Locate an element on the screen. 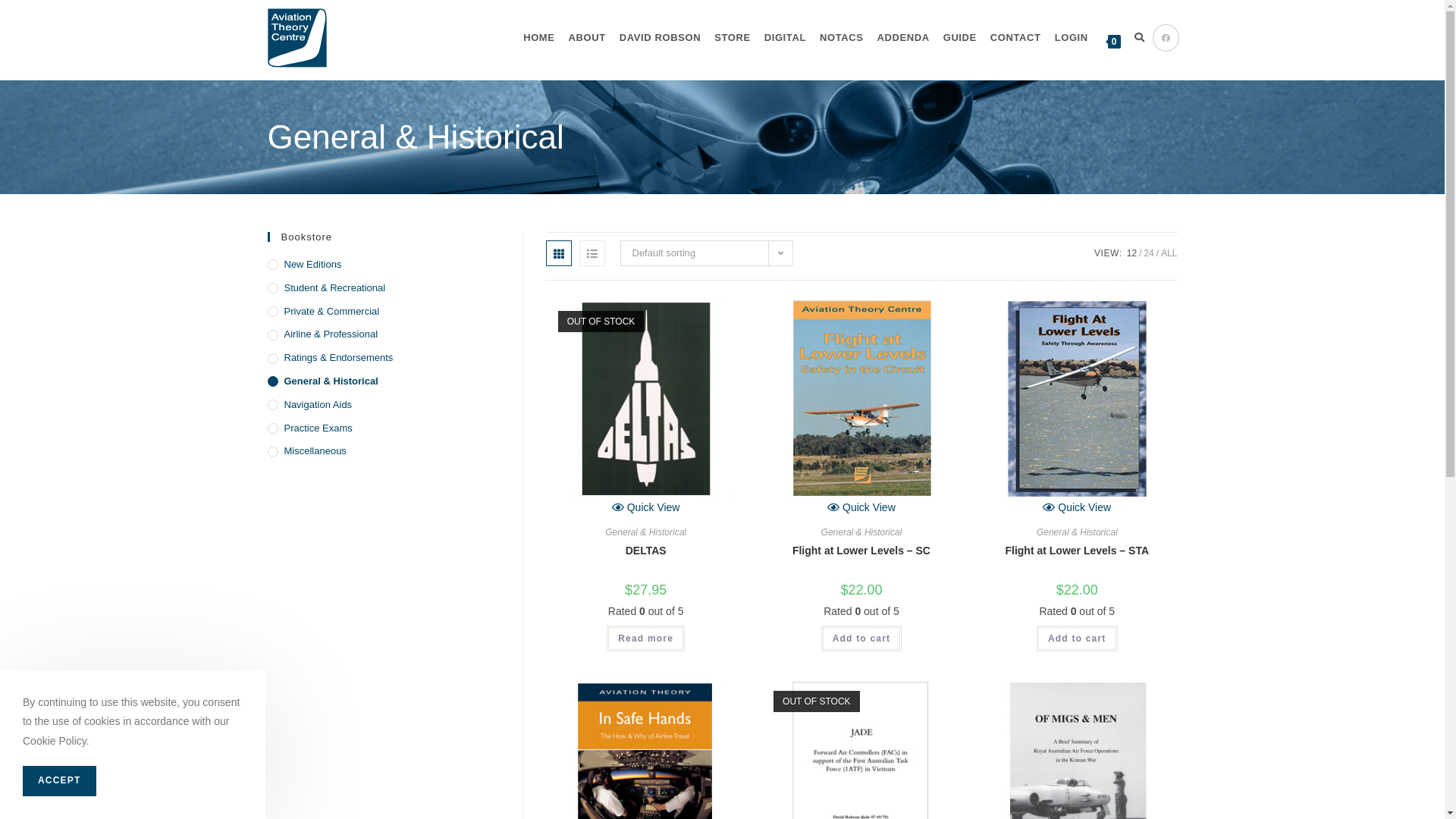  'ALL' is located at coordinates (1168, 253).